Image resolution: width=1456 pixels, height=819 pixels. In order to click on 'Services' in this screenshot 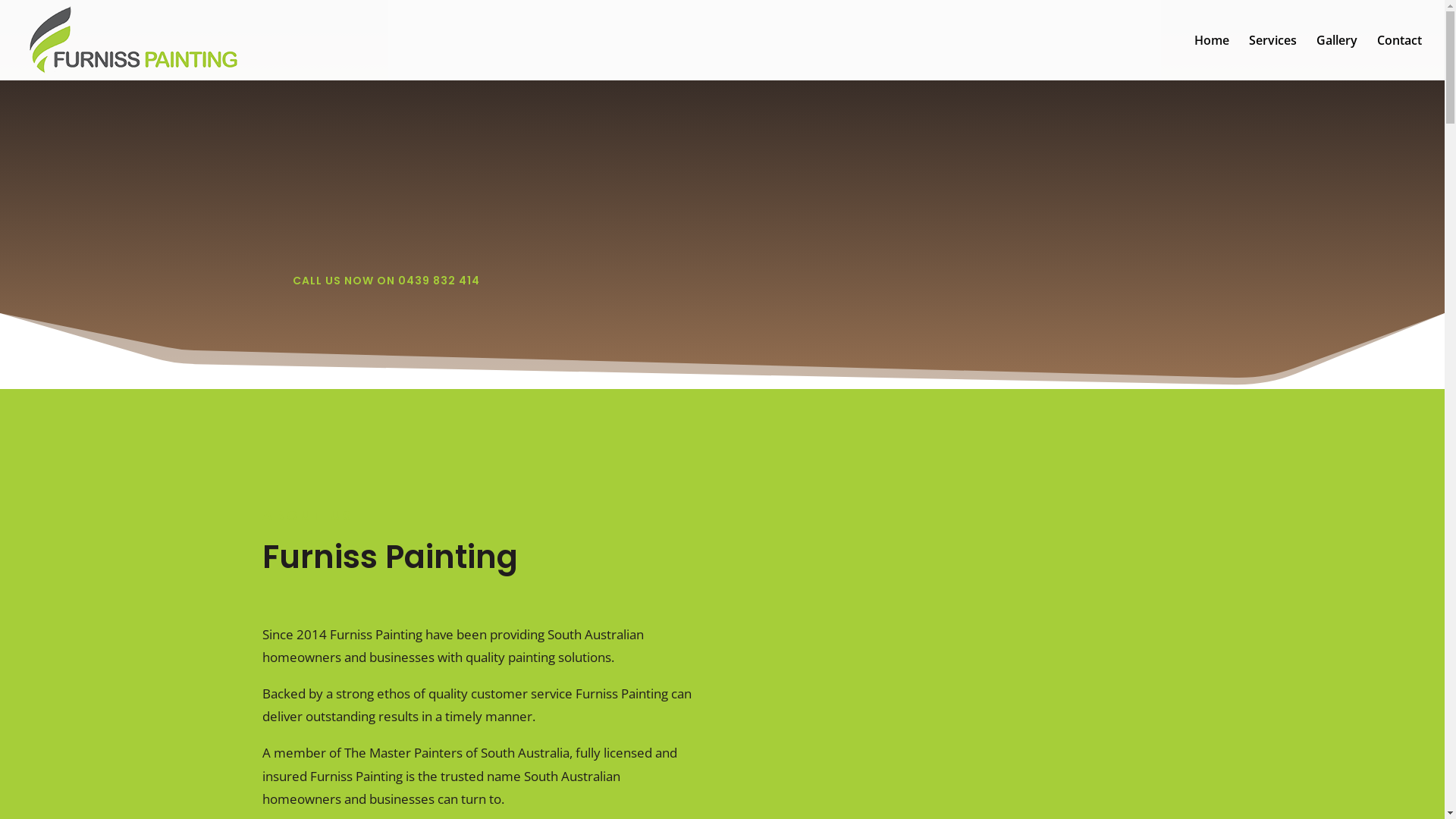, I will do `click(1272, 57)`.